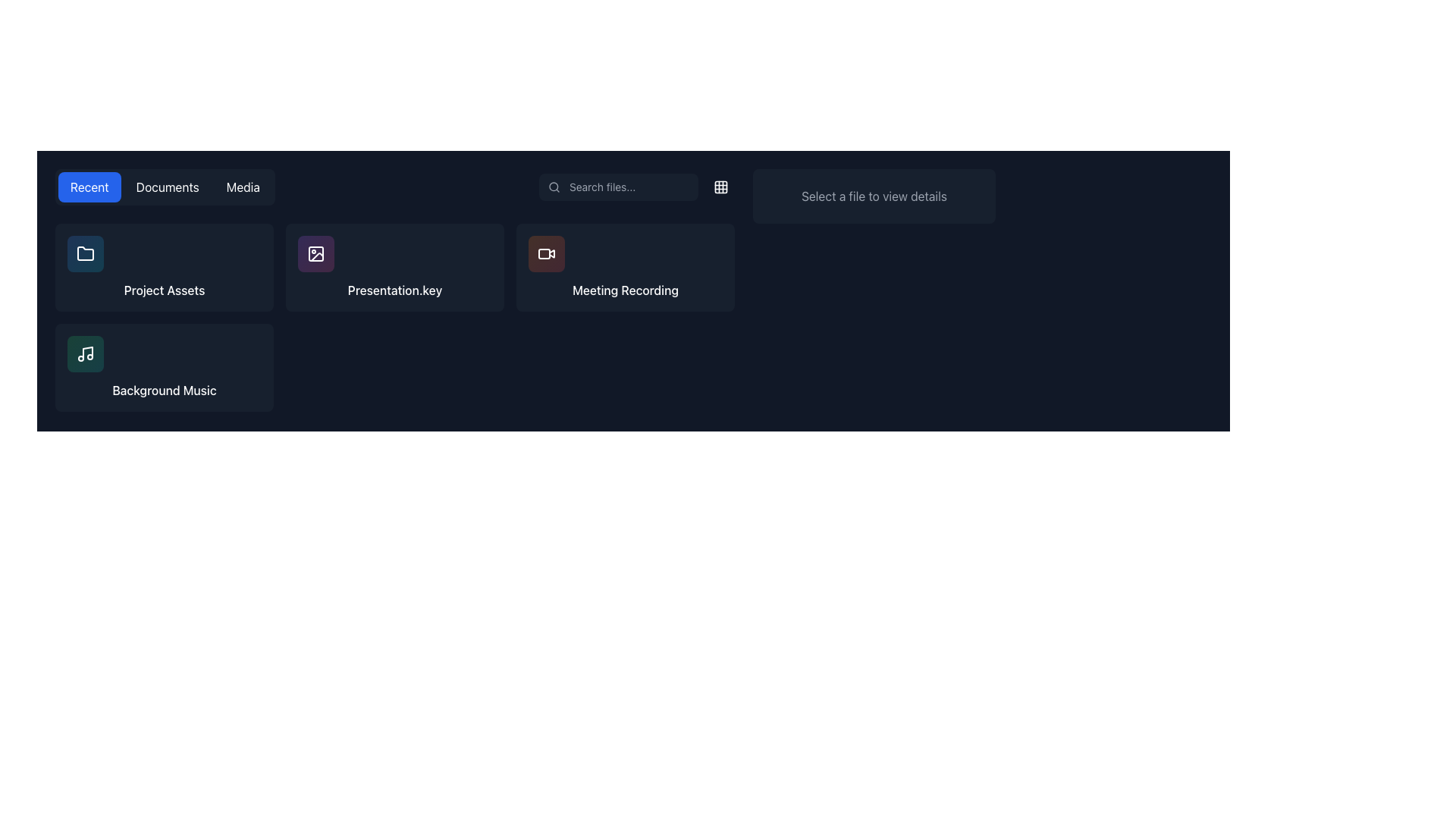 This screenshot has height=819, width=1456. What do you see at coordinates (315, 253) in the screenshot?
I see `the square-shaped button with a gradient background and a landscape photograph icon` at bounding box center [315, 253].